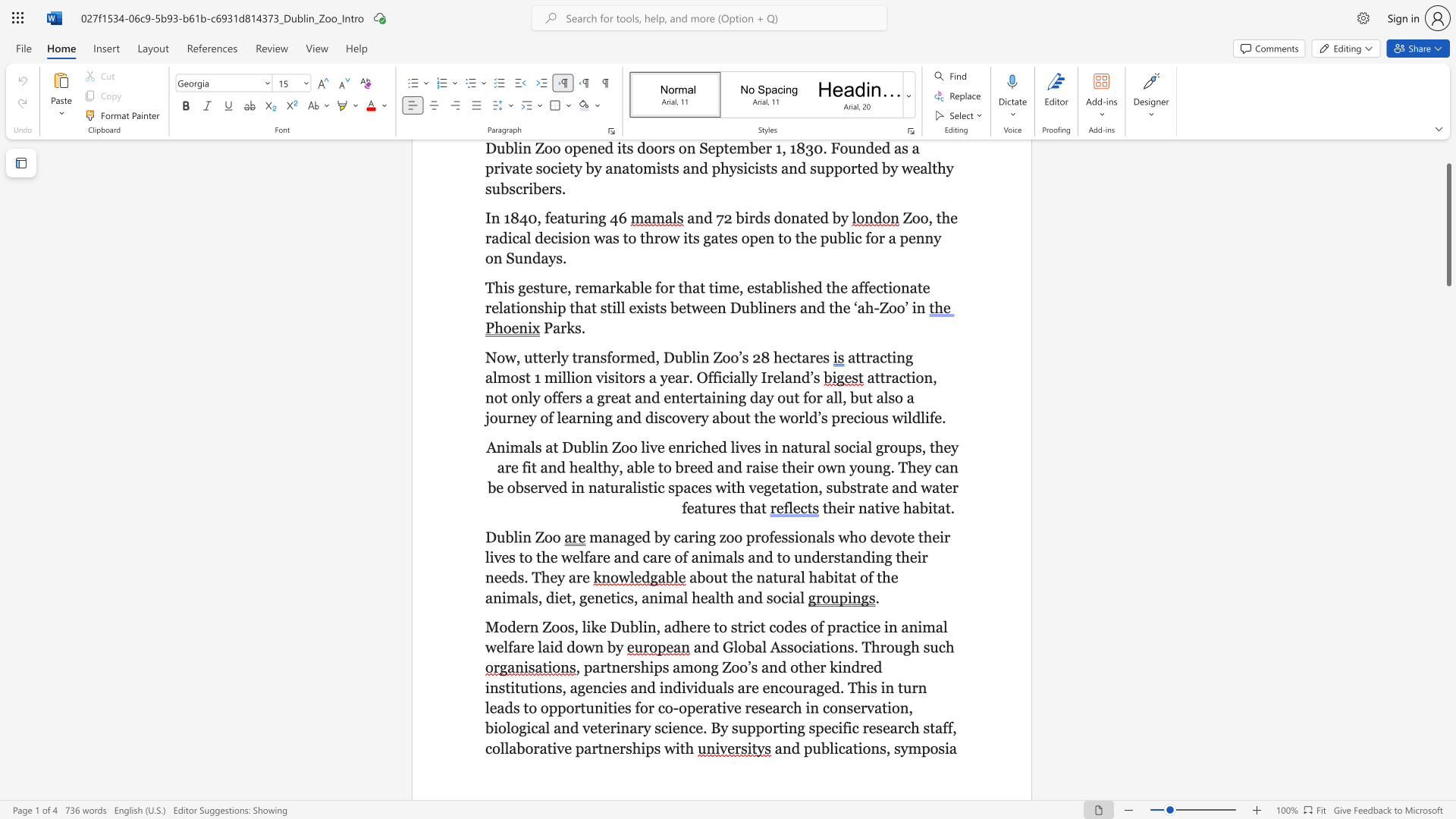 Image resolution: width=1456 pixels, height=819 pixels. What do you see at coordinates (484, 357) in the screenshot?
I see `the subset text "Now, utterly transformed, Dubli" within the text "Now, utterly transformed, Dublin Zoo’s 28 hectares"` at bounding box center [484, 357].